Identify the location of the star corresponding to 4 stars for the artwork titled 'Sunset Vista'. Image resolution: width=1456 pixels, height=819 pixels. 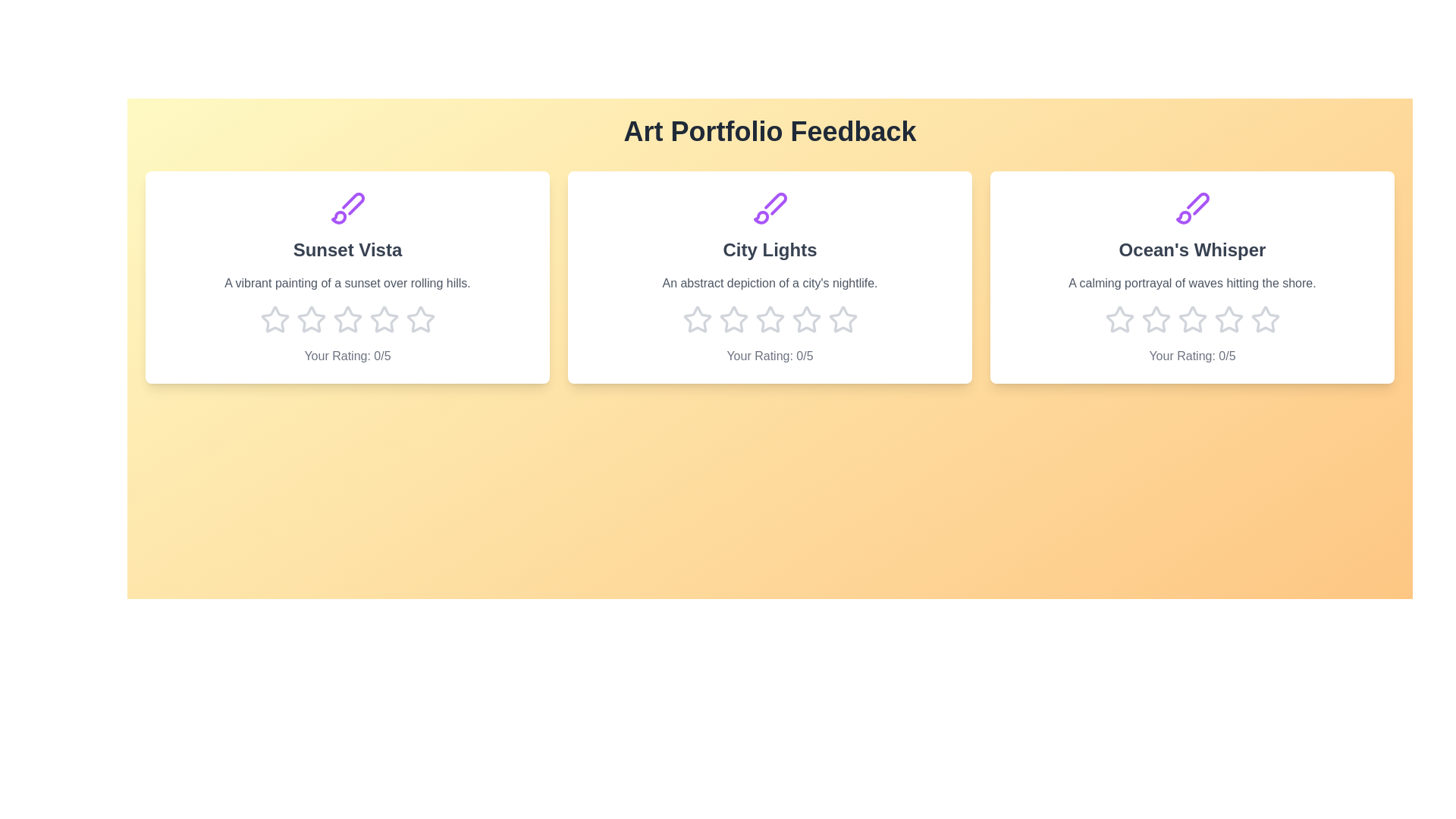
(384, 318).